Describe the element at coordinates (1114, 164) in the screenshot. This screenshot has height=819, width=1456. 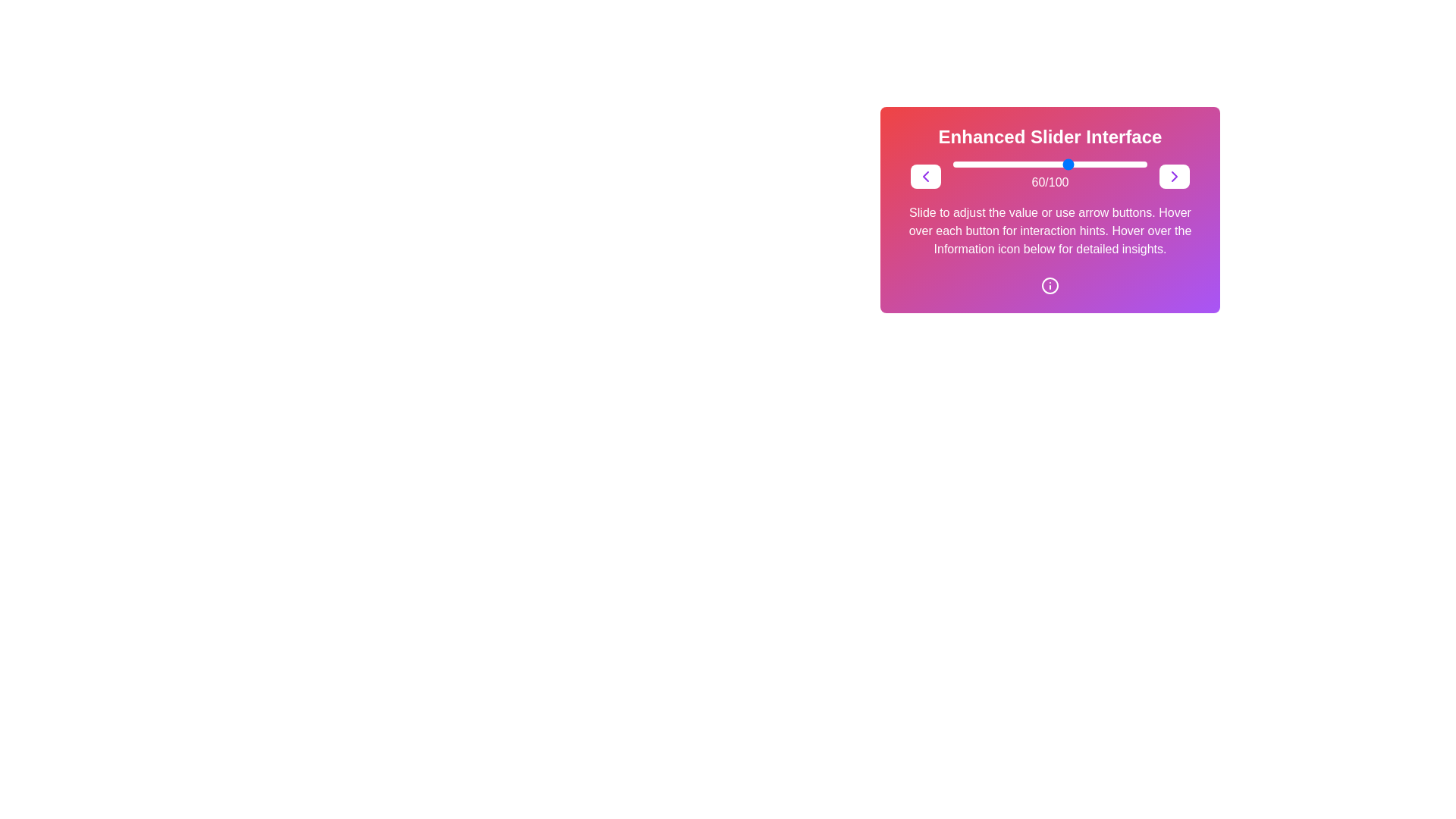
I see `the slider value` at that location.